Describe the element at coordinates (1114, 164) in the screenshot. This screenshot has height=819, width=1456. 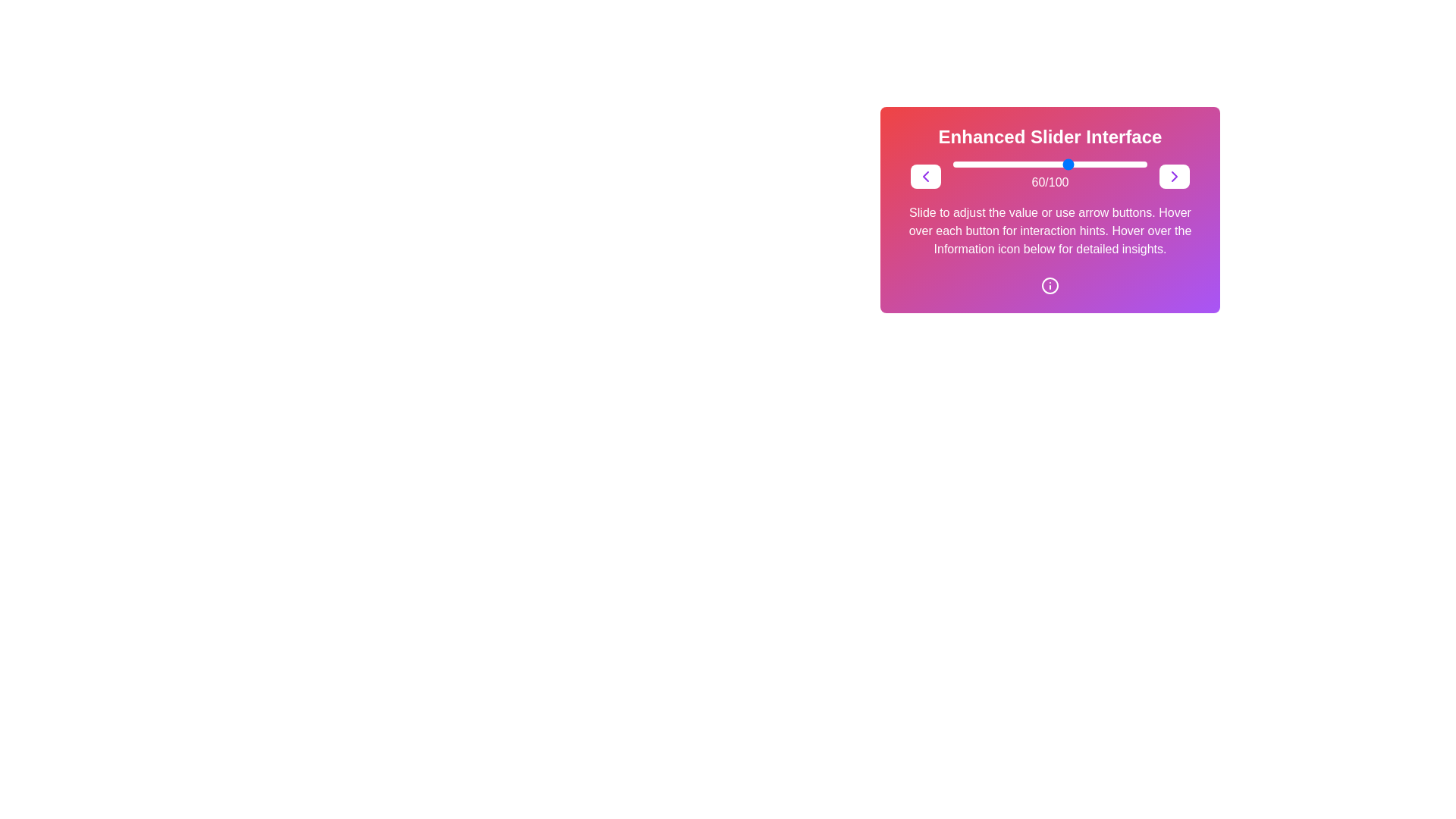
I see `the slider value` at that location.